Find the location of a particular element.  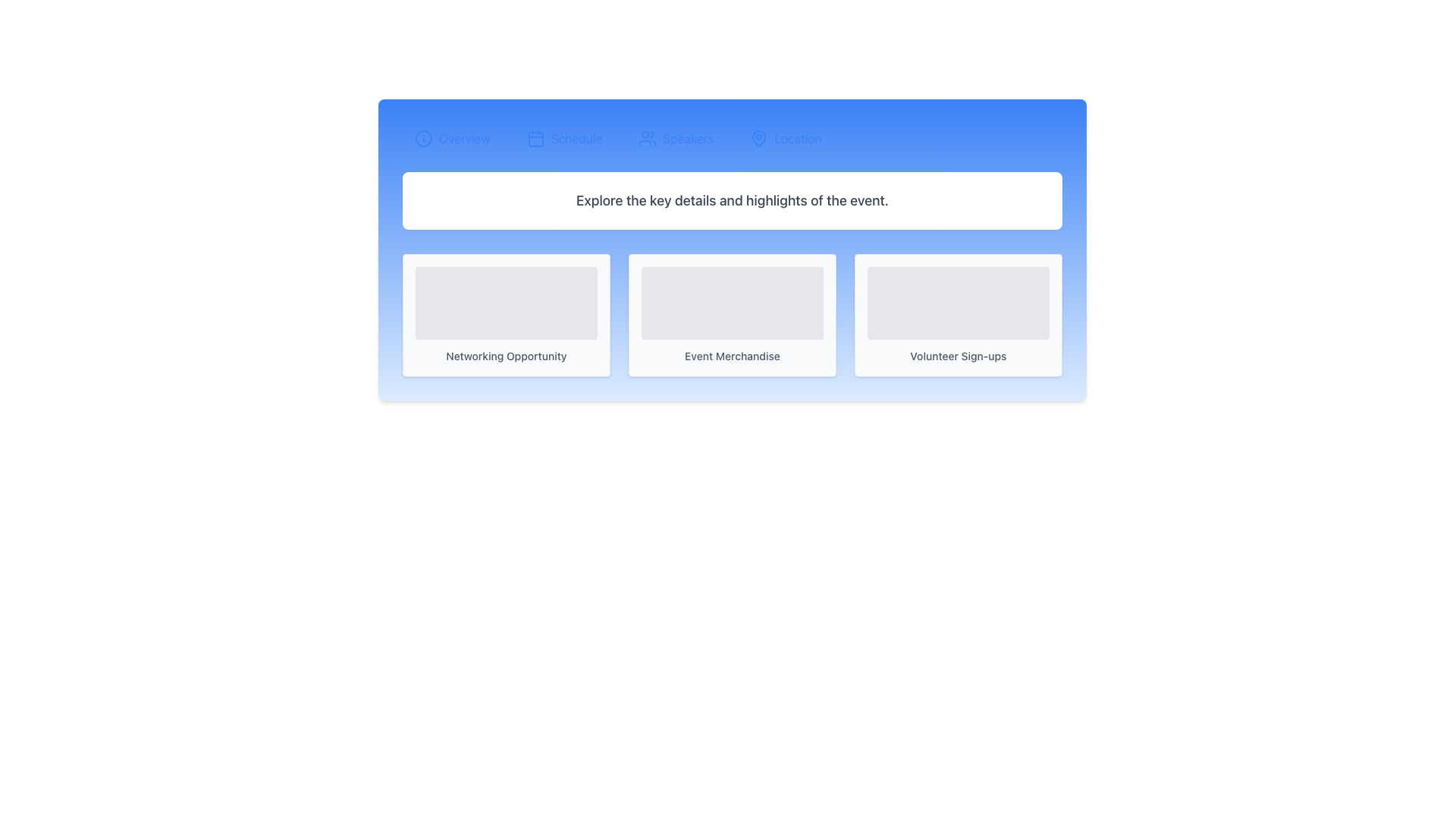

the card labeled 'Event Merchandise', which is the second card in a row of three, positioned between 'Networking Opportunity' and 'Volunteer Sign-ups' is located at coordinates (732, 315).